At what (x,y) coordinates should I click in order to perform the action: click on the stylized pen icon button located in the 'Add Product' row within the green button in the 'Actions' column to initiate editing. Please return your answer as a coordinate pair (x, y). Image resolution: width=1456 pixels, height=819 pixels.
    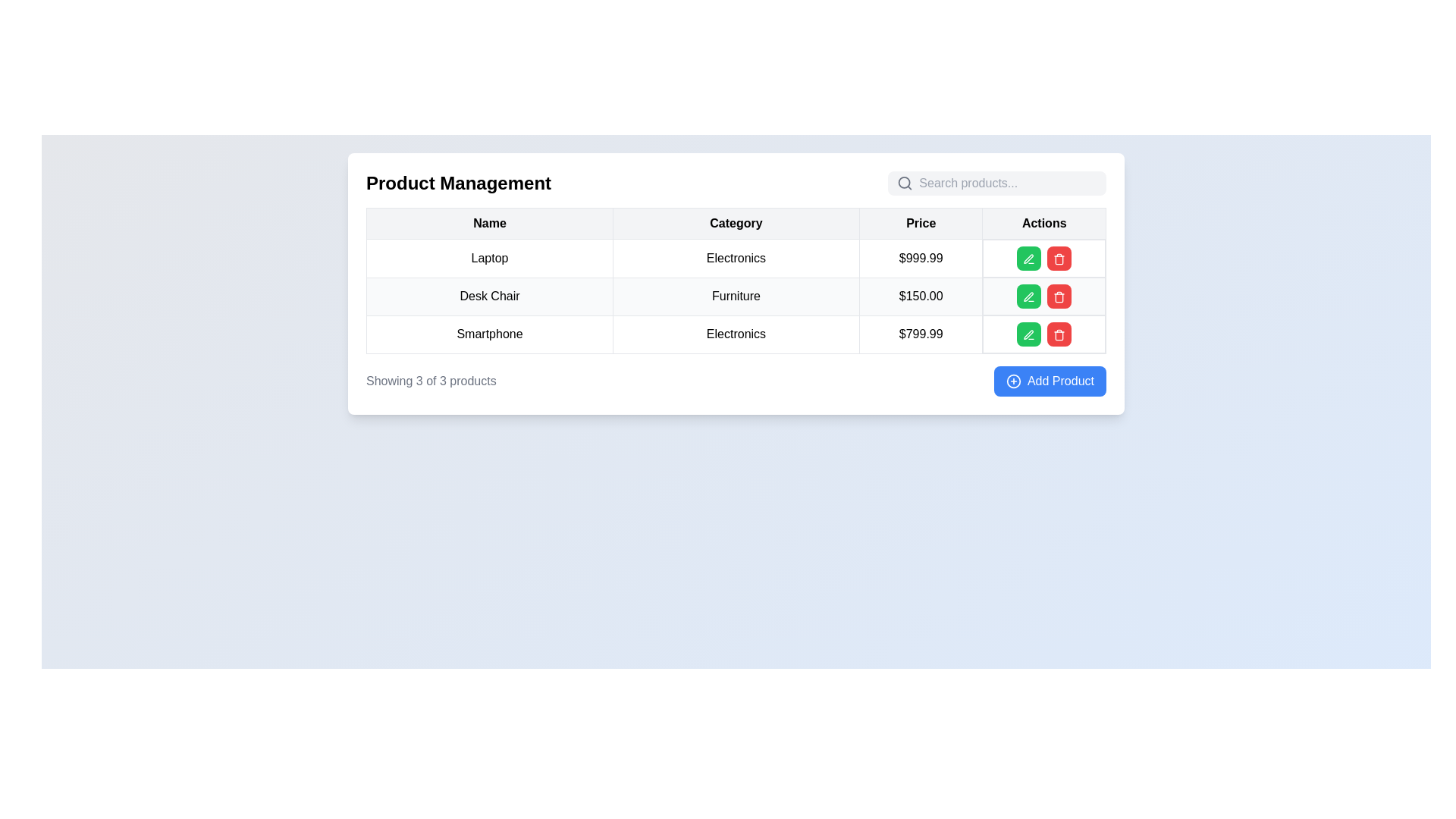
    Looking at the image, I should click on (1029, 334).